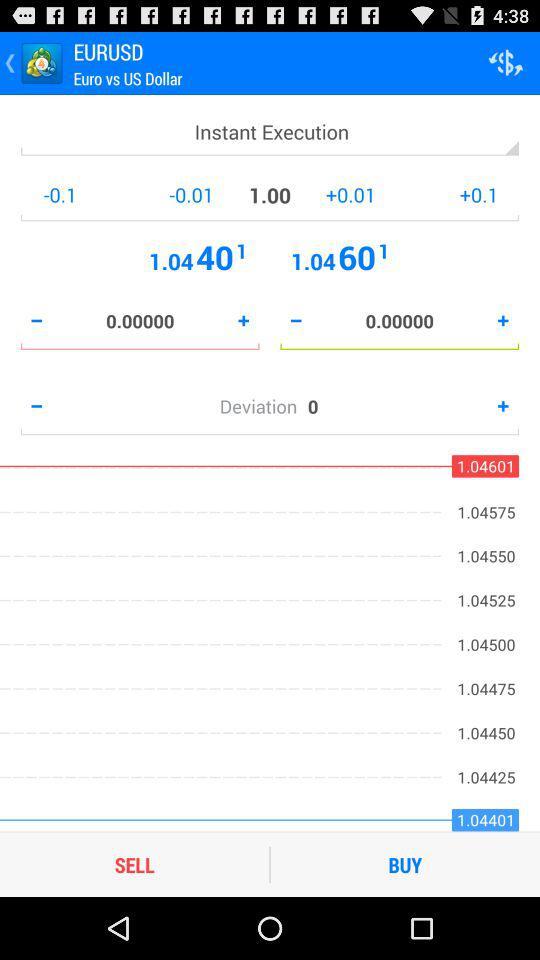  Describe the element at coordinates (263, 405) in the screenshot. I see `the deviation icon` at that location.